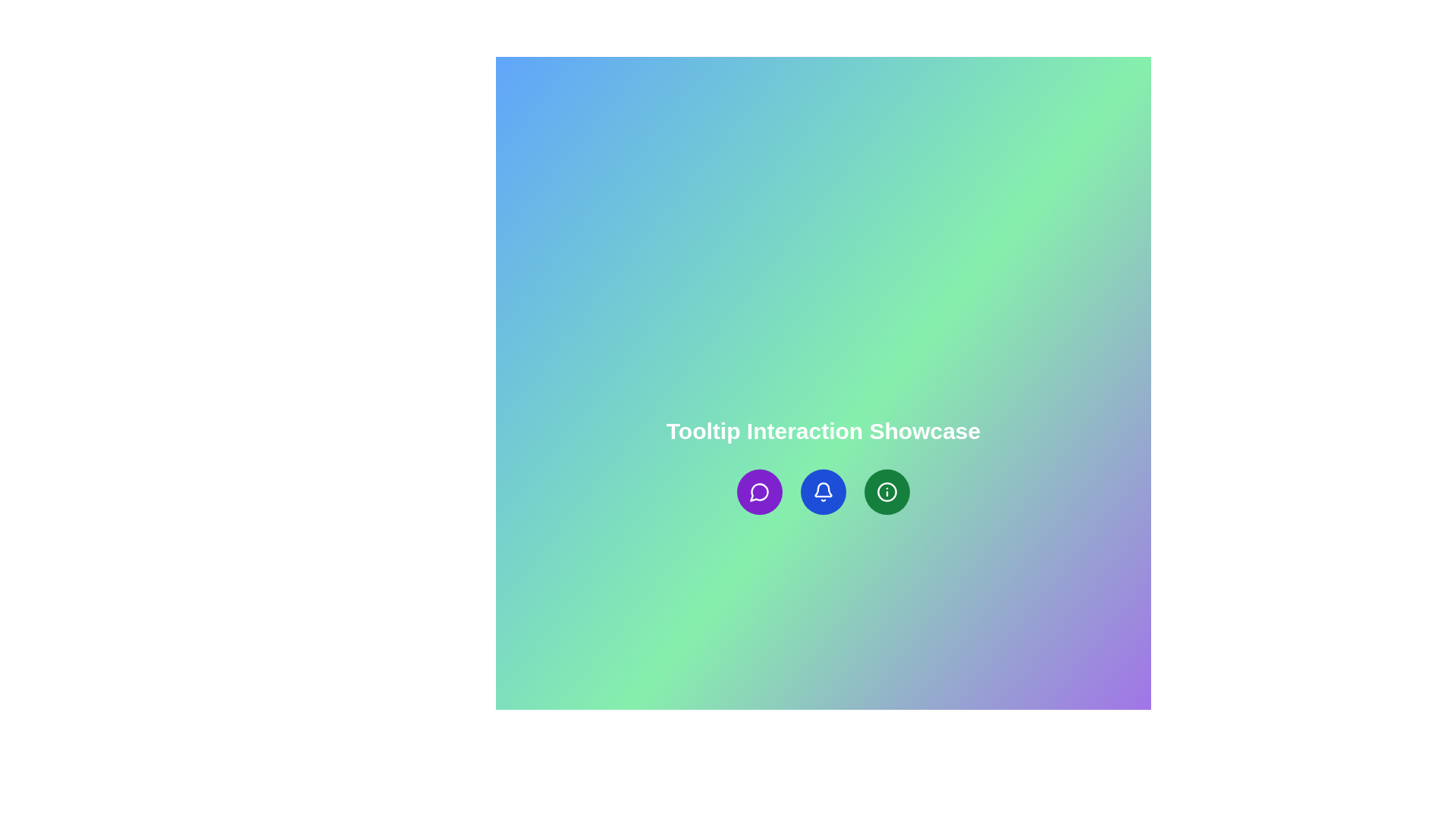  What do you see at coordinates (759, 492) in the screenshot?
I see `the leftmost purple icon in the icon set below the 'Tooltip Interaction Showcase' label` at bounding box center [759, 492].